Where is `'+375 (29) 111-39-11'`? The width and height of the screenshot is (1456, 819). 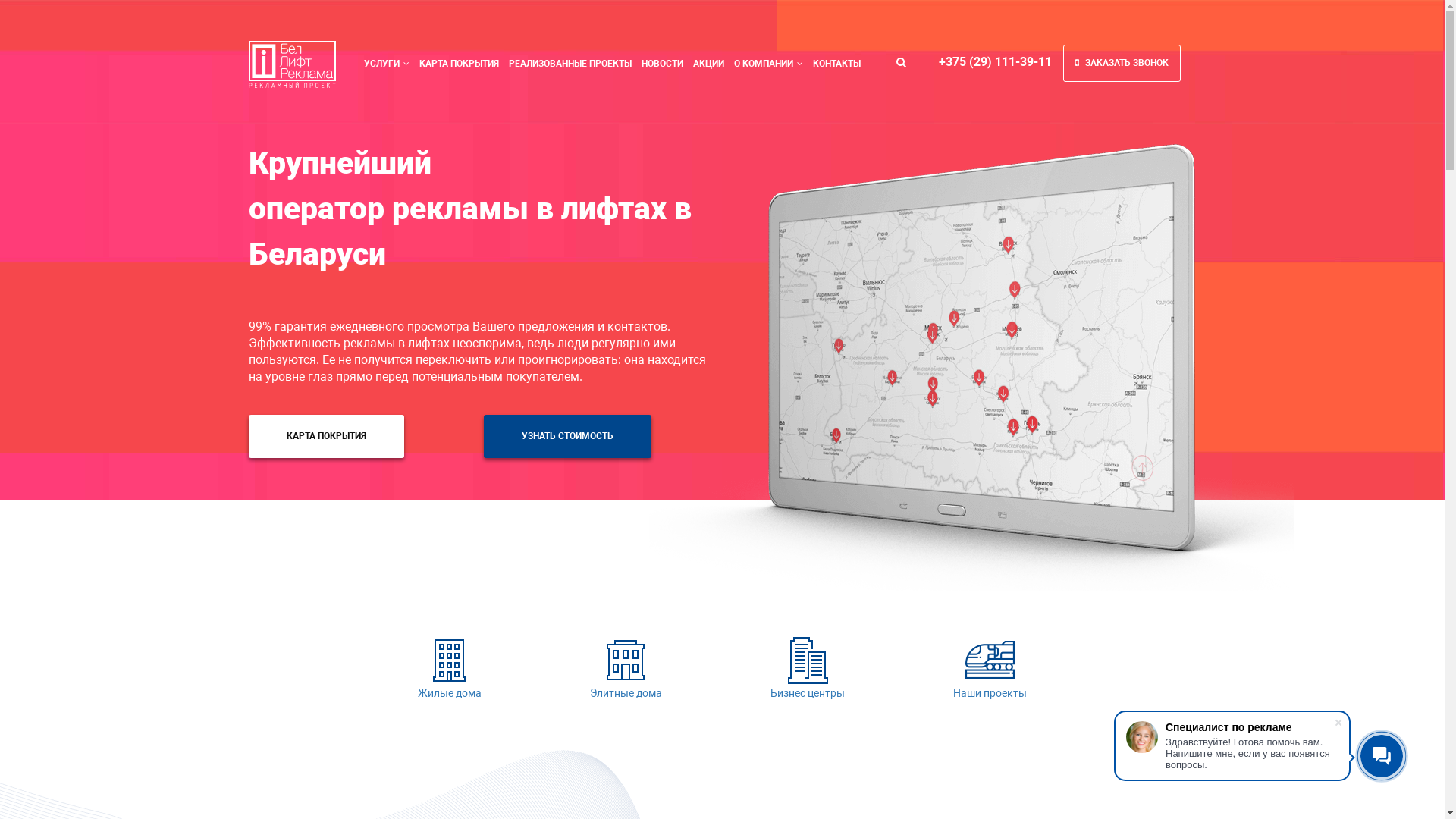 '+375 (29) 111-39-11' is located at coordinates (995, 61).